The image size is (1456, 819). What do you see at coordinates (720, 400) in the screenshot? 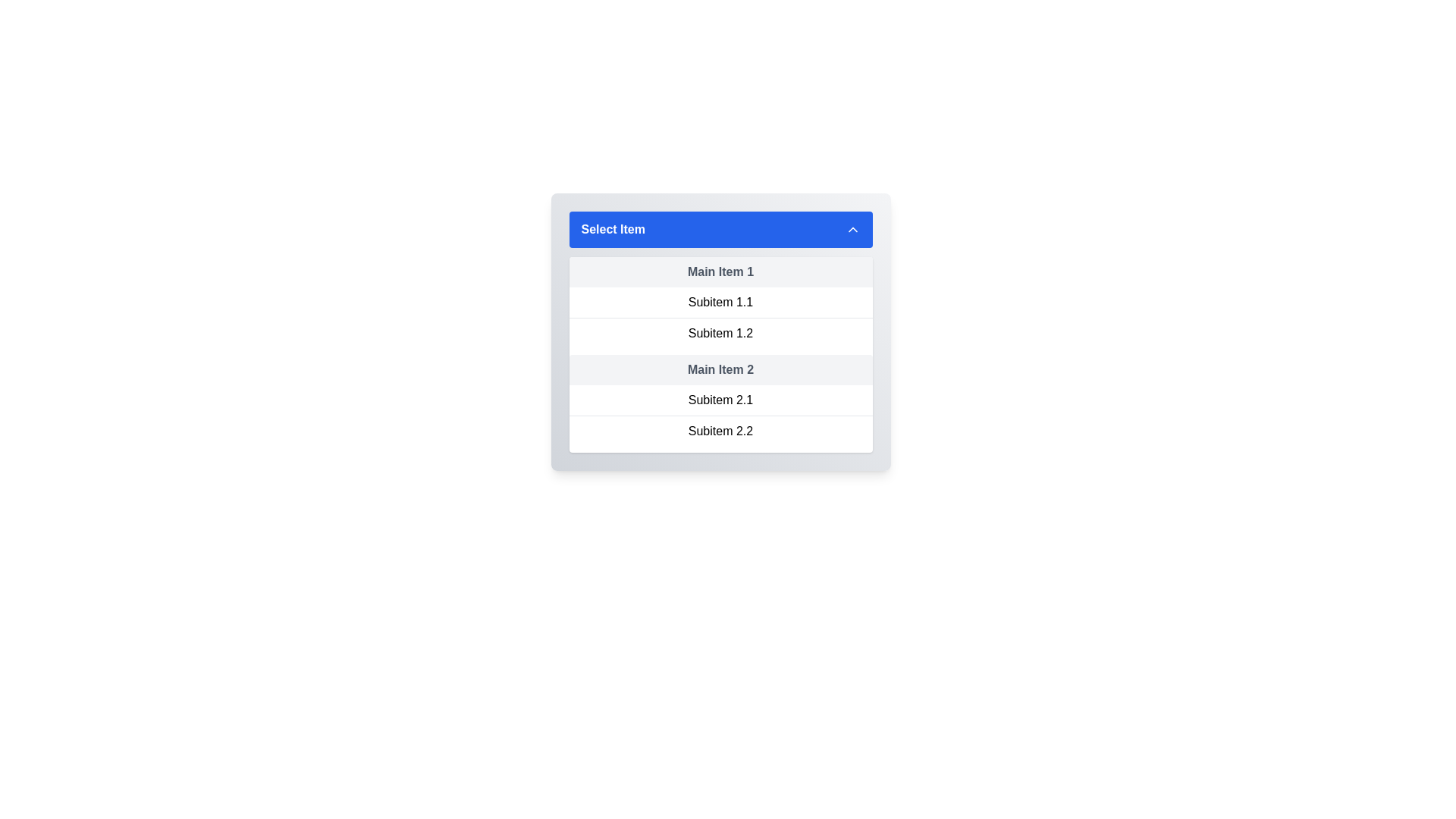
I see `the menu item displaying 'Subitem 2.1'` at bounding box center [720, 400].